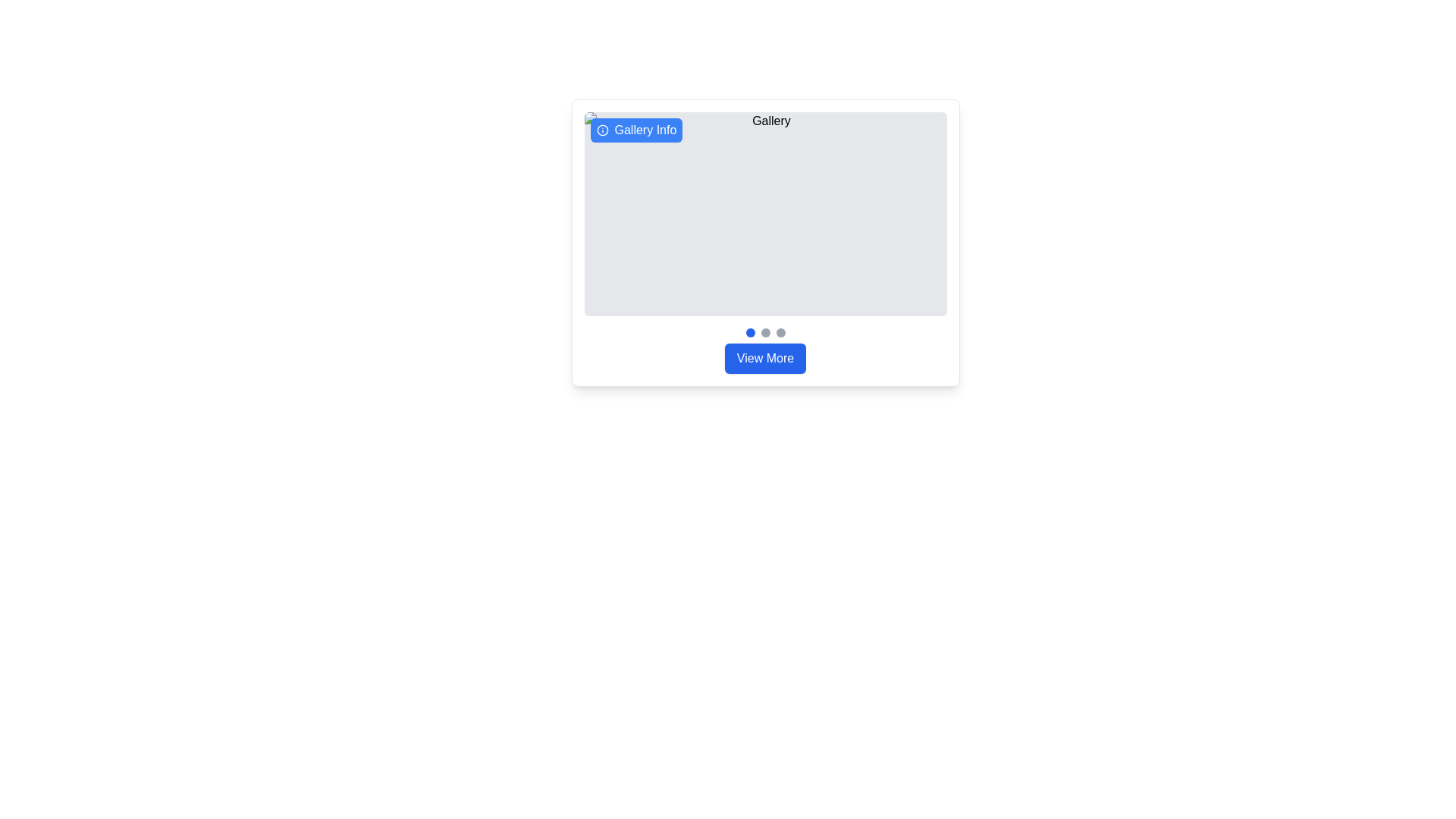  I want to click on the SVG icon element representing the 'Gallery Info' button, which is located in the top-left corner of the interface, so click(601, 130).